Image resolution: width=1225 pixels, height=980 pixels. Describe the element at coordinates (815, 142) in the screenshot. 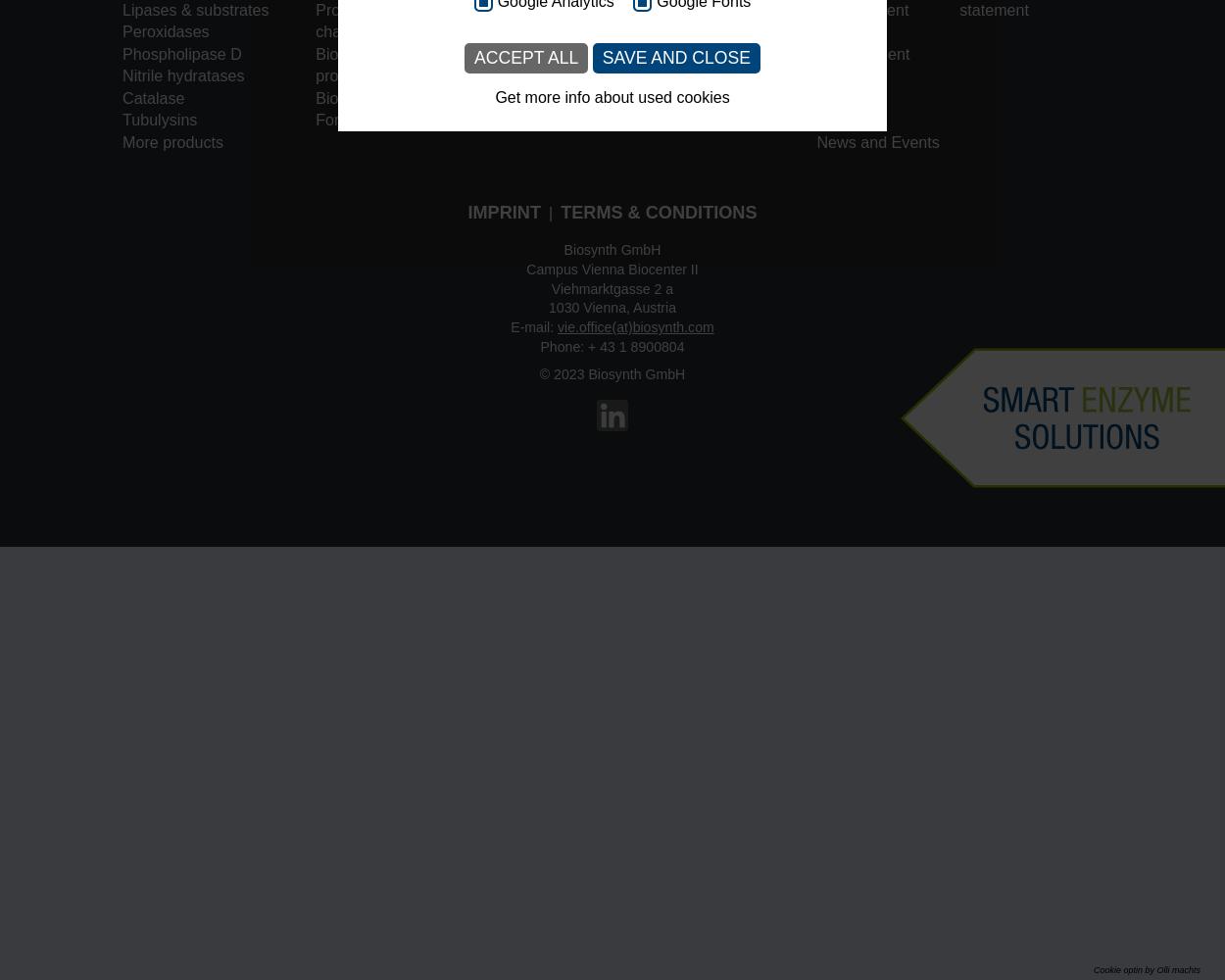

I see `'News and Events'` at that location.